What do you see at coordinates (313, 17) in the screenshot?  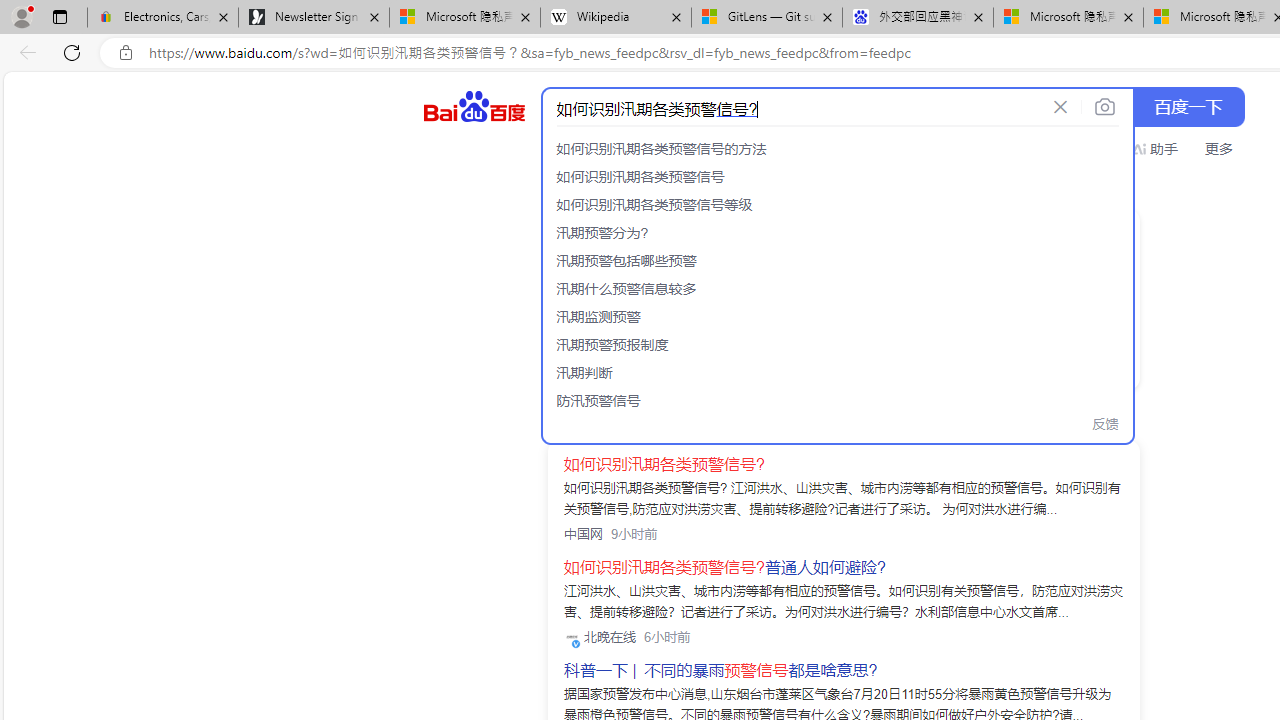 I see `'Newsletter Sign Up'` at bounding box center [313, 17].